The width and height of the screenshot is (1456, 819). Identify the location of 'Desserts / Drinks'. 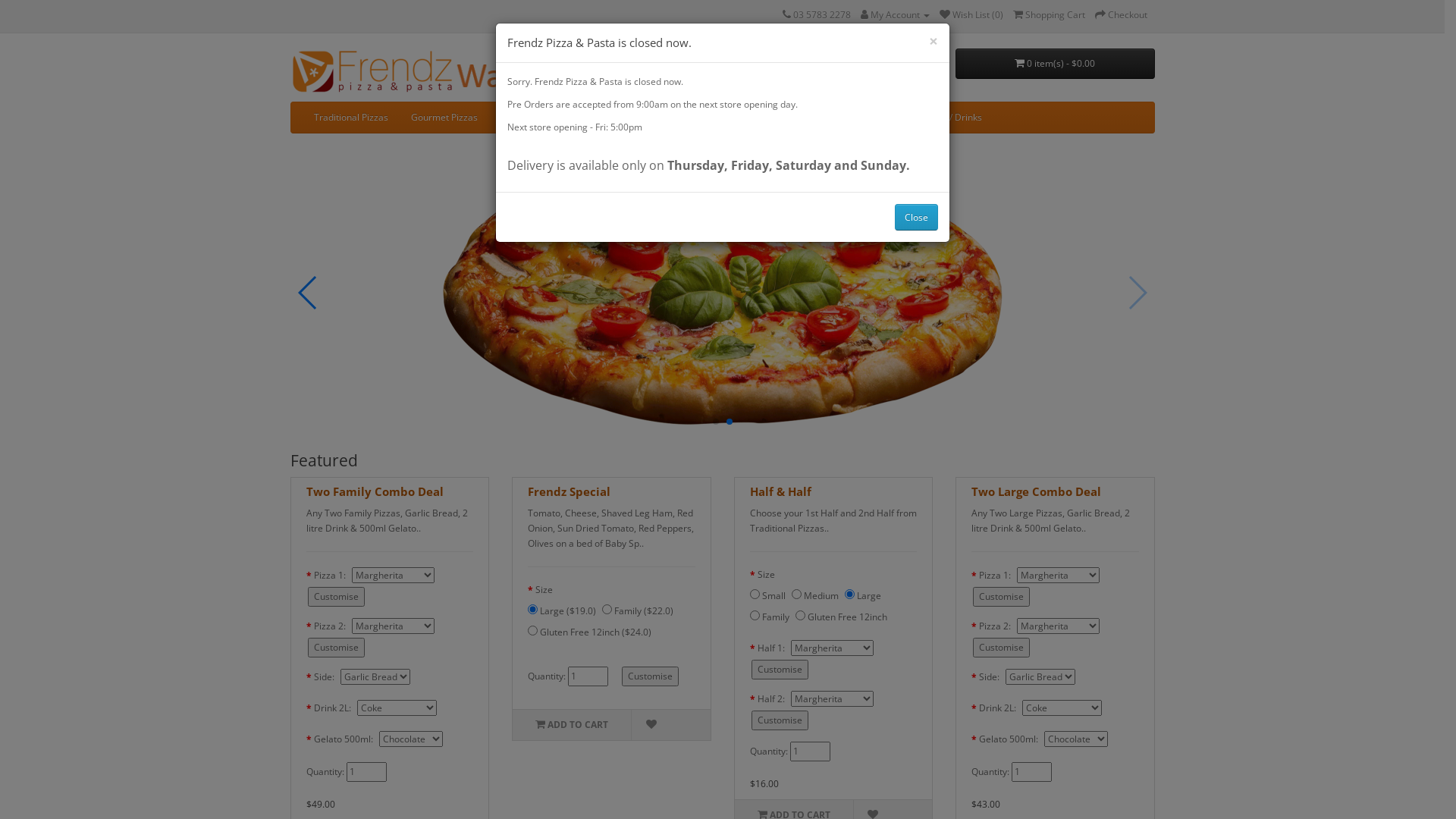
(898, 116).